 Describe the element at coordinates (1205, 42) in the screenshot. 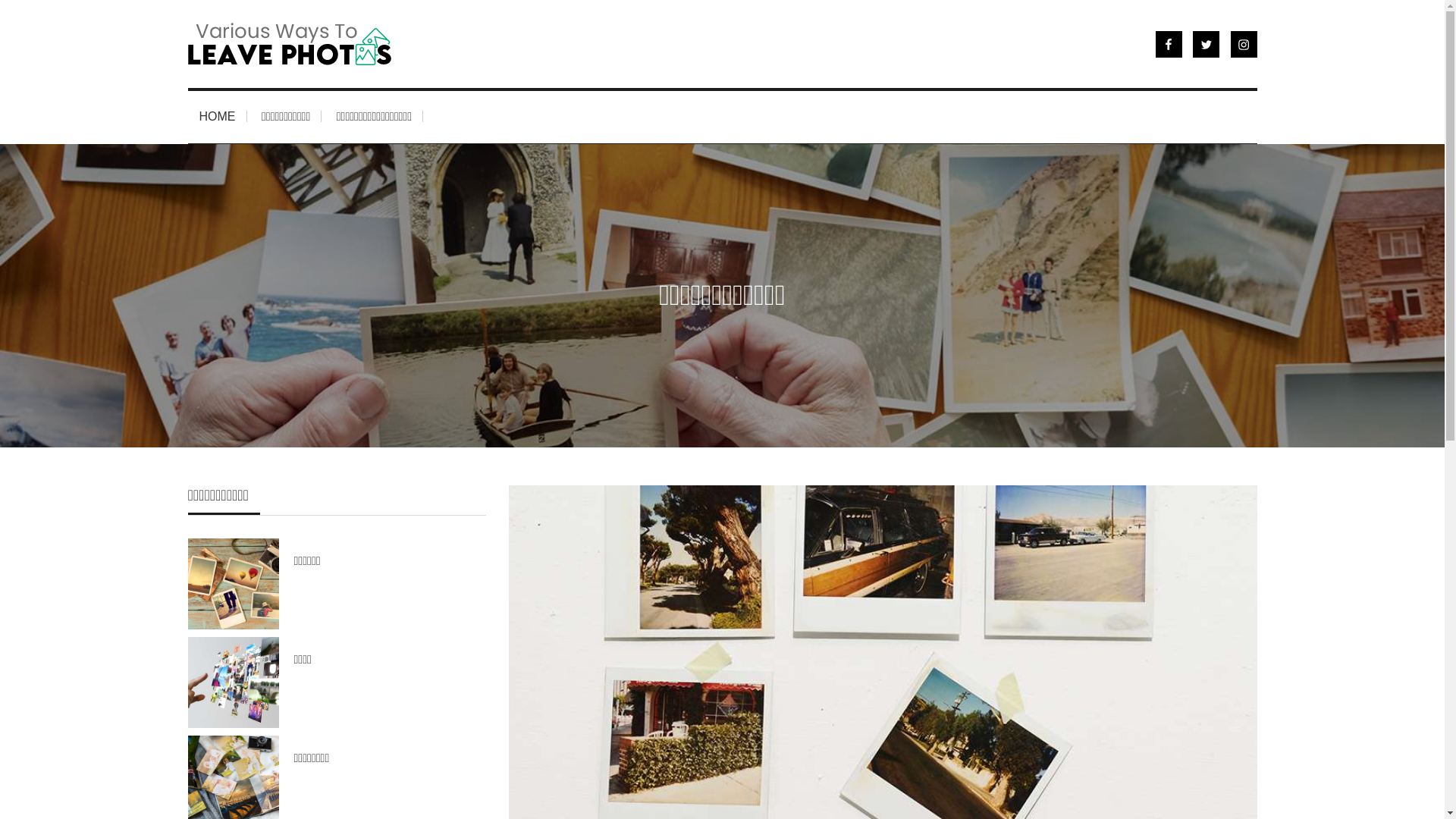

I see `'Twitter'` at that location.